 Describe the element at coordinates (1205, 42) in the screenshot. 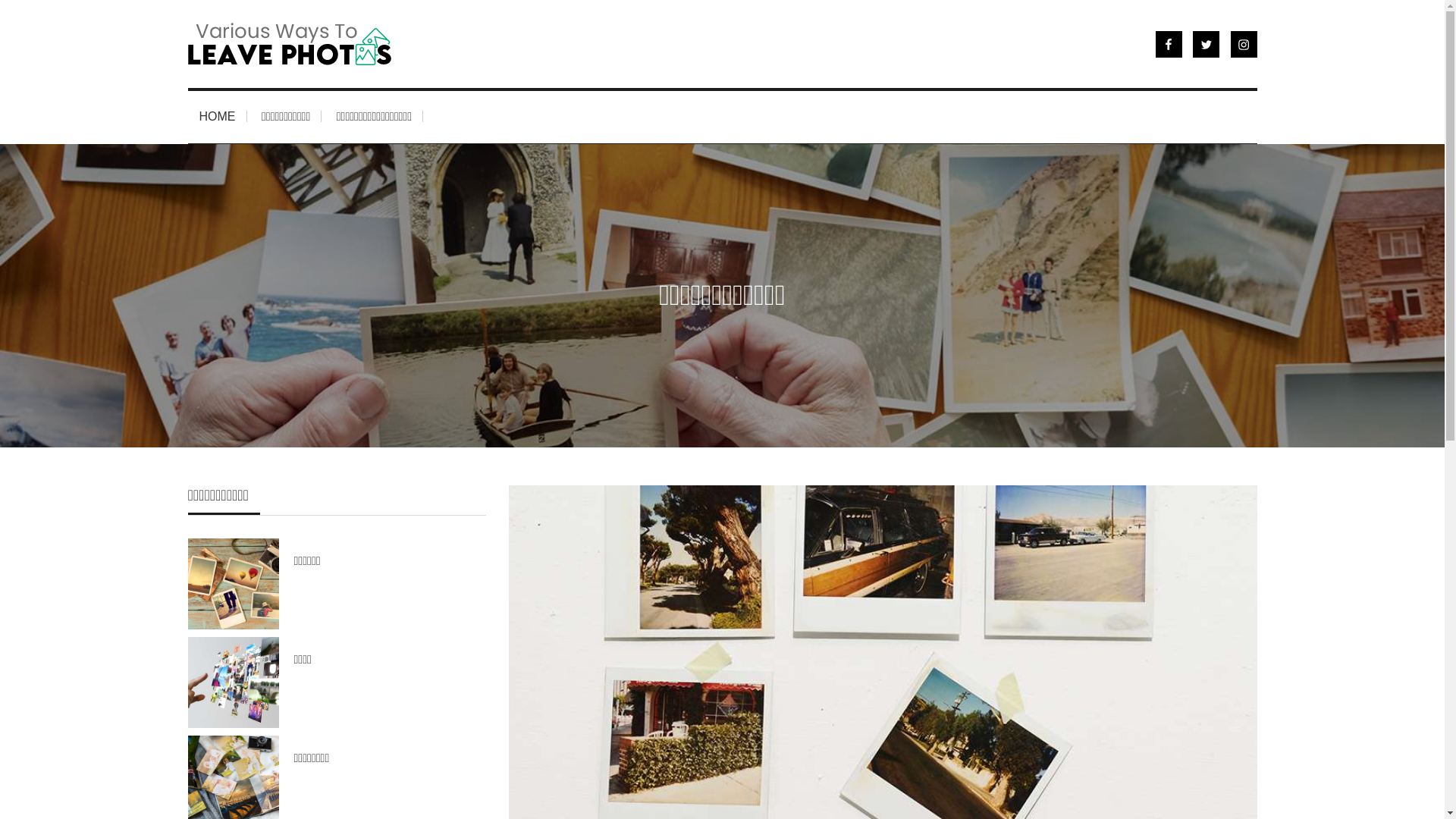

I see `'Twitter'` at that location.